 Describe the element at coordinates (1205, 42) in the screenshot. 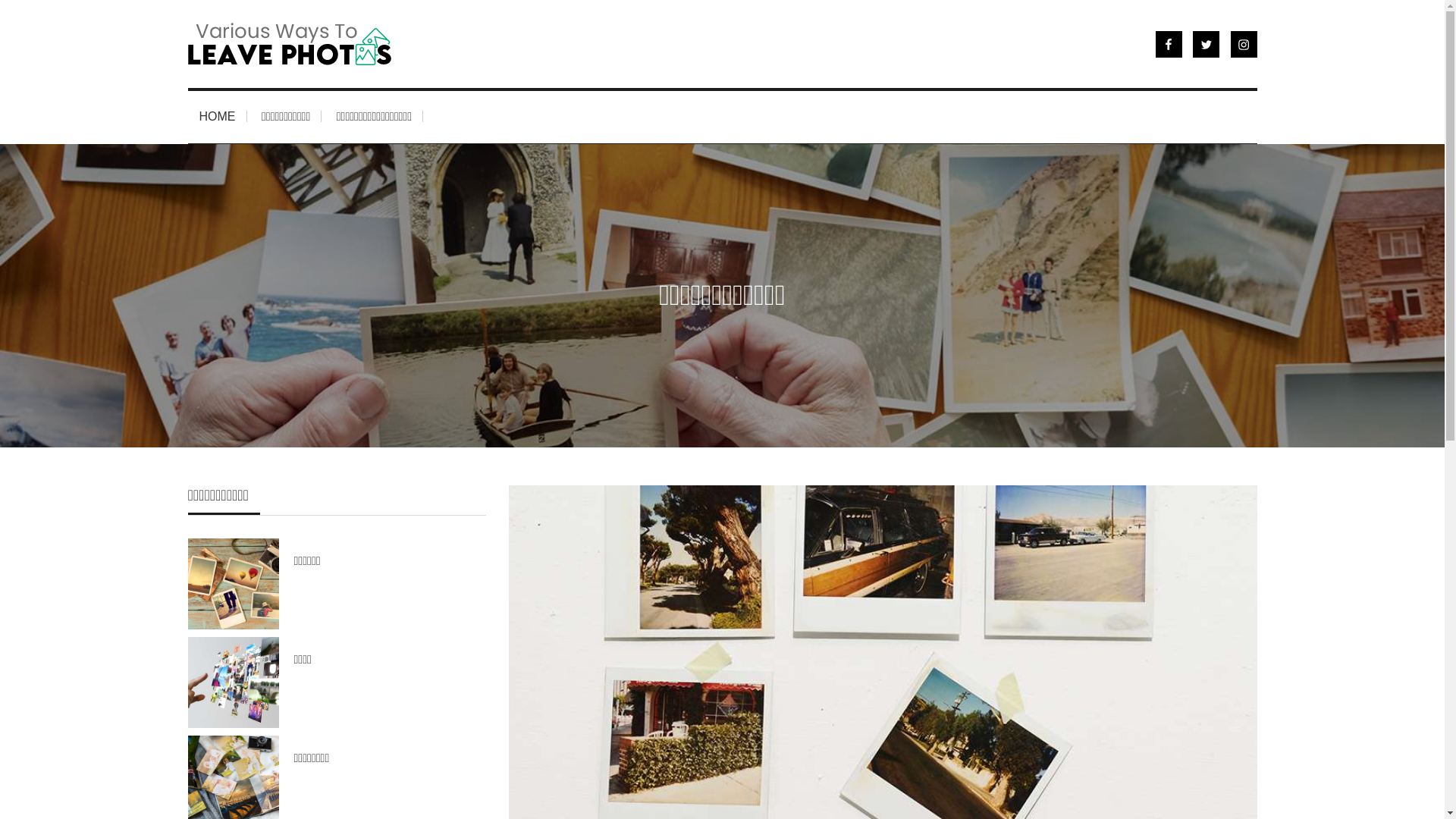

I see `'Twitter'` at that location.